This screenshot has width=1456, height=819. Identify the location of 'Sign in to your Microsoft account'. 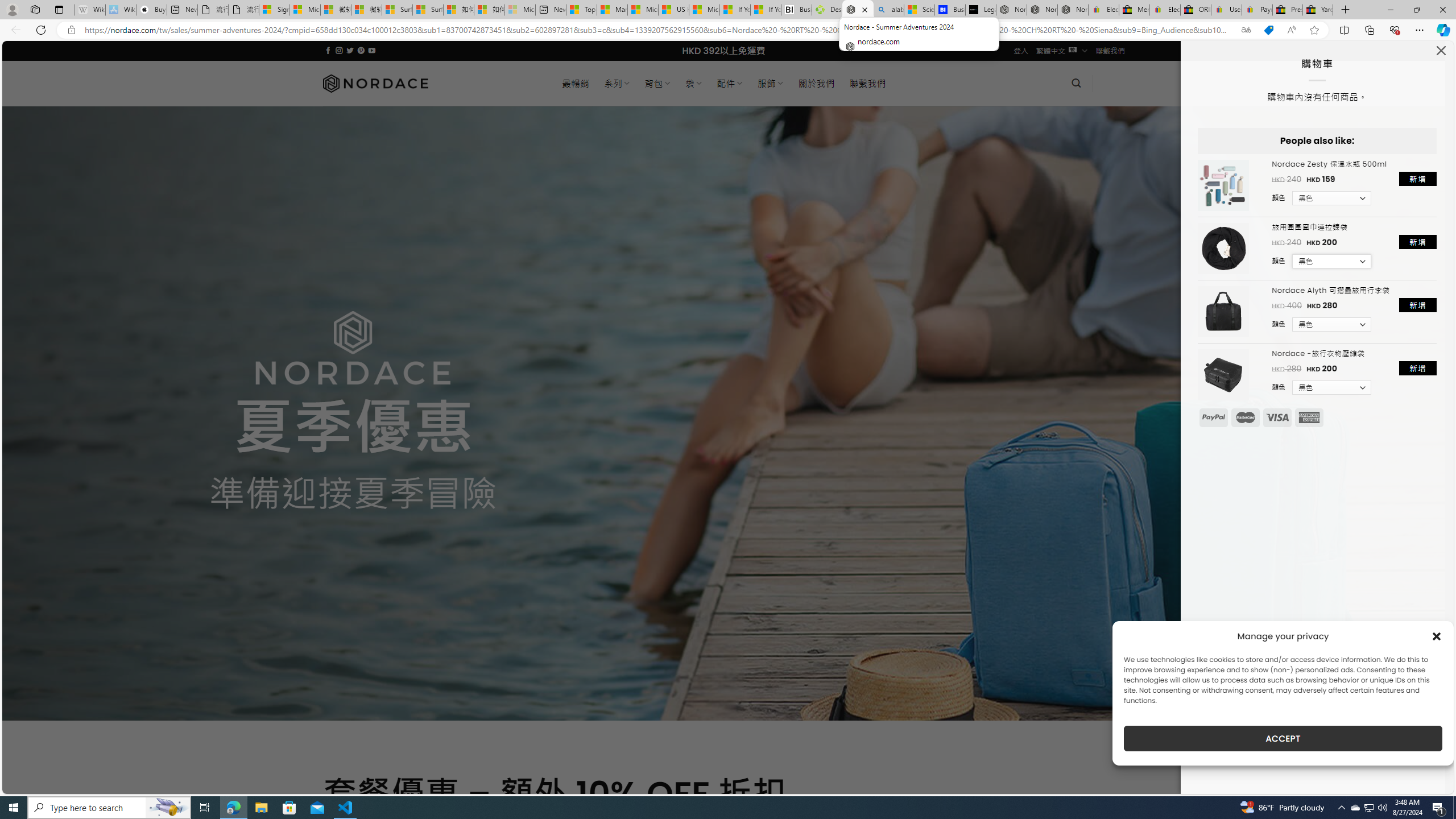
(274, 9).